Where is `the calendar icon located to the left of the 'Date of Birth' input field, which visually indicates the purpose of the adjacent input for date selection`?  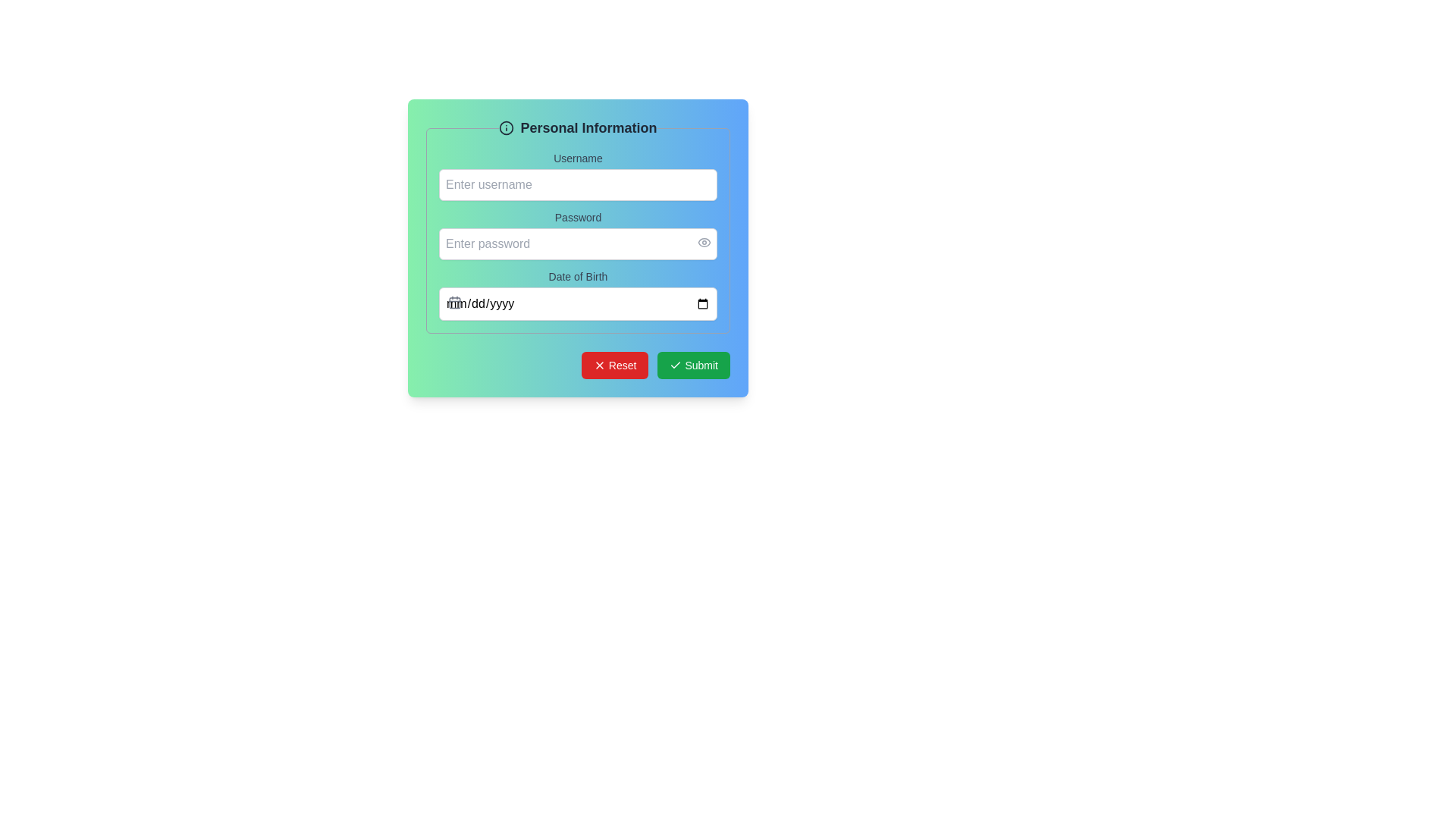 the calendar icon located to the left of the 'Date of Birth' input field, which visually indicates the purpose of the adjacent input for date selection is located at coordinates (454, 302).